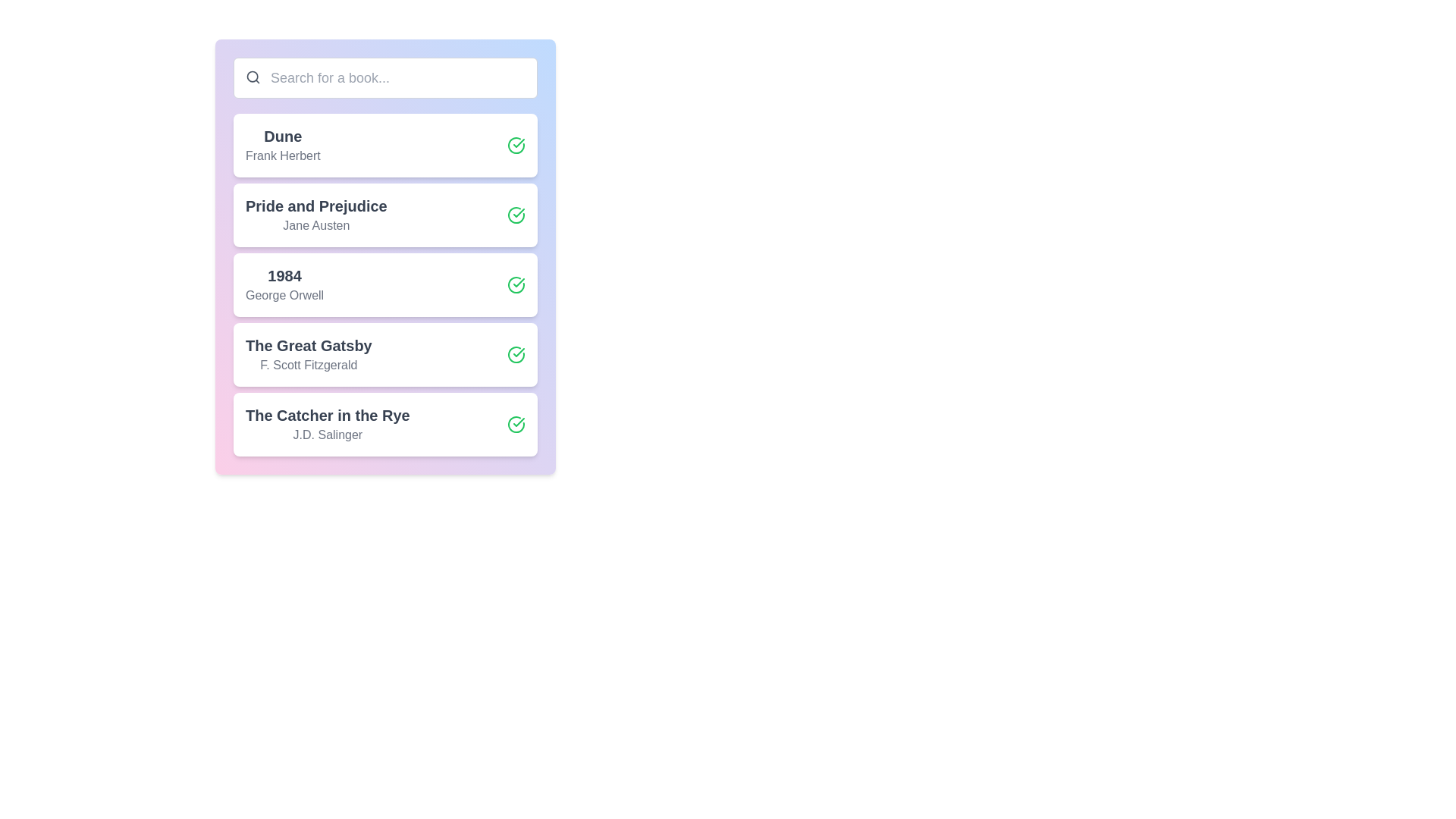 This screenshot has width=1456, height=819. I want to click on green checkmark icon which is a part of the larger circular icon on the right side of 'The Catcher in the Rye' list item entry, so click(519, 422).